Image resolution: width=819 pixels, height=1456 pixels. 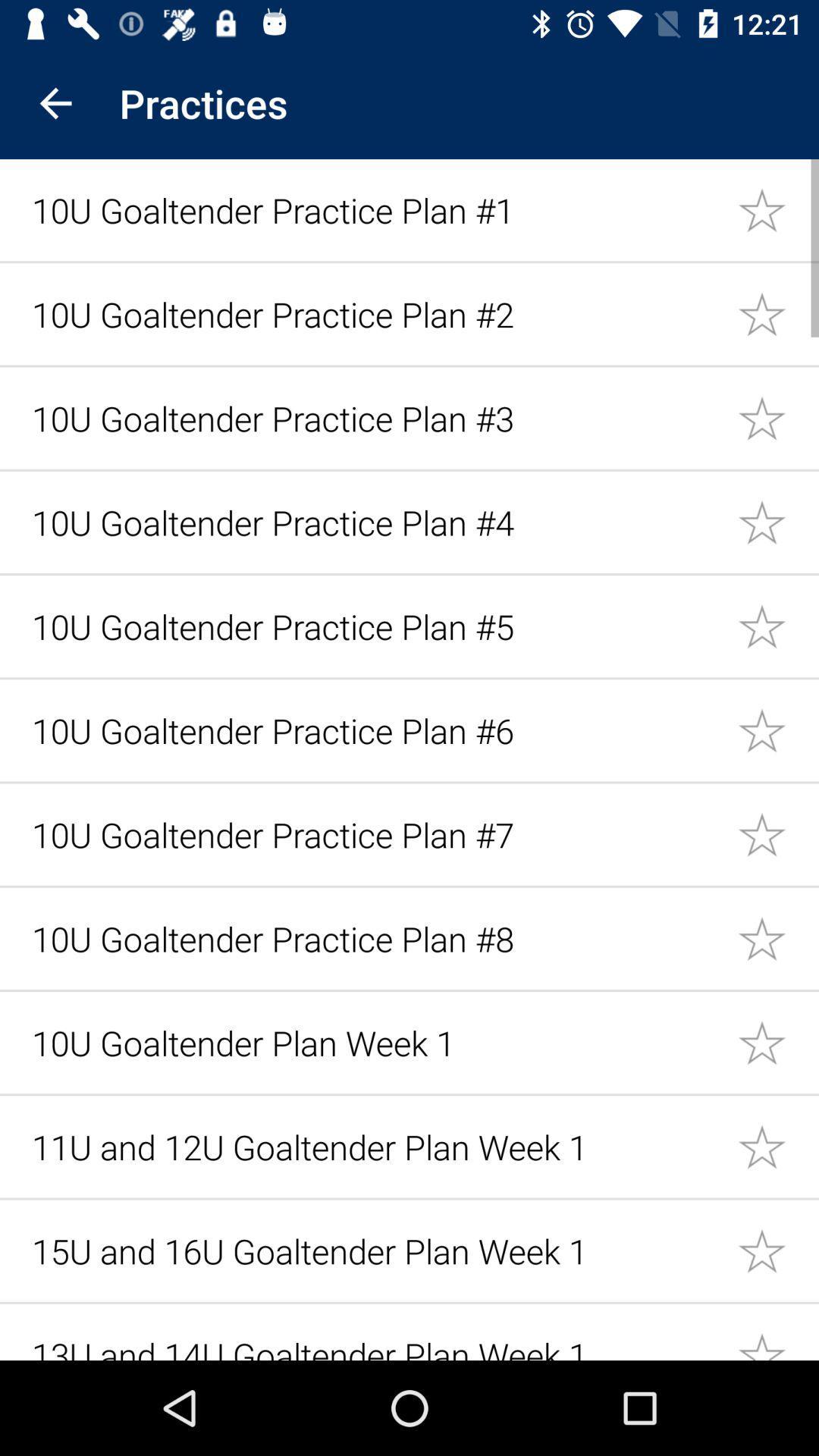 I want to click on favorite, so click(x=778, y=209).